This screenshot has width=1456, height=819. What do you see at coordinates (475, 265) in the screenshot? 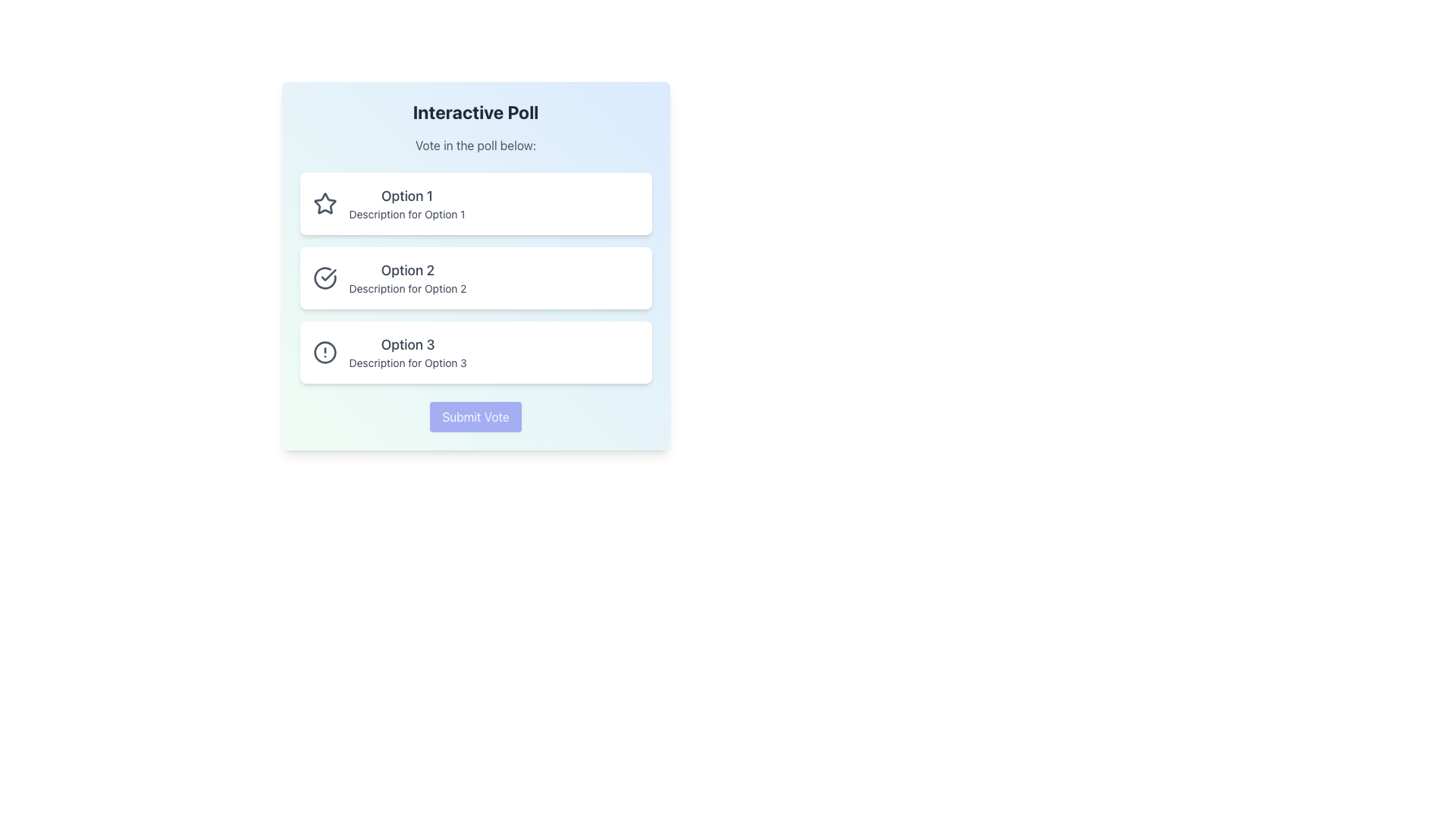
I see `the second selectable choice option in the poll` at bounding box center [475, 265].